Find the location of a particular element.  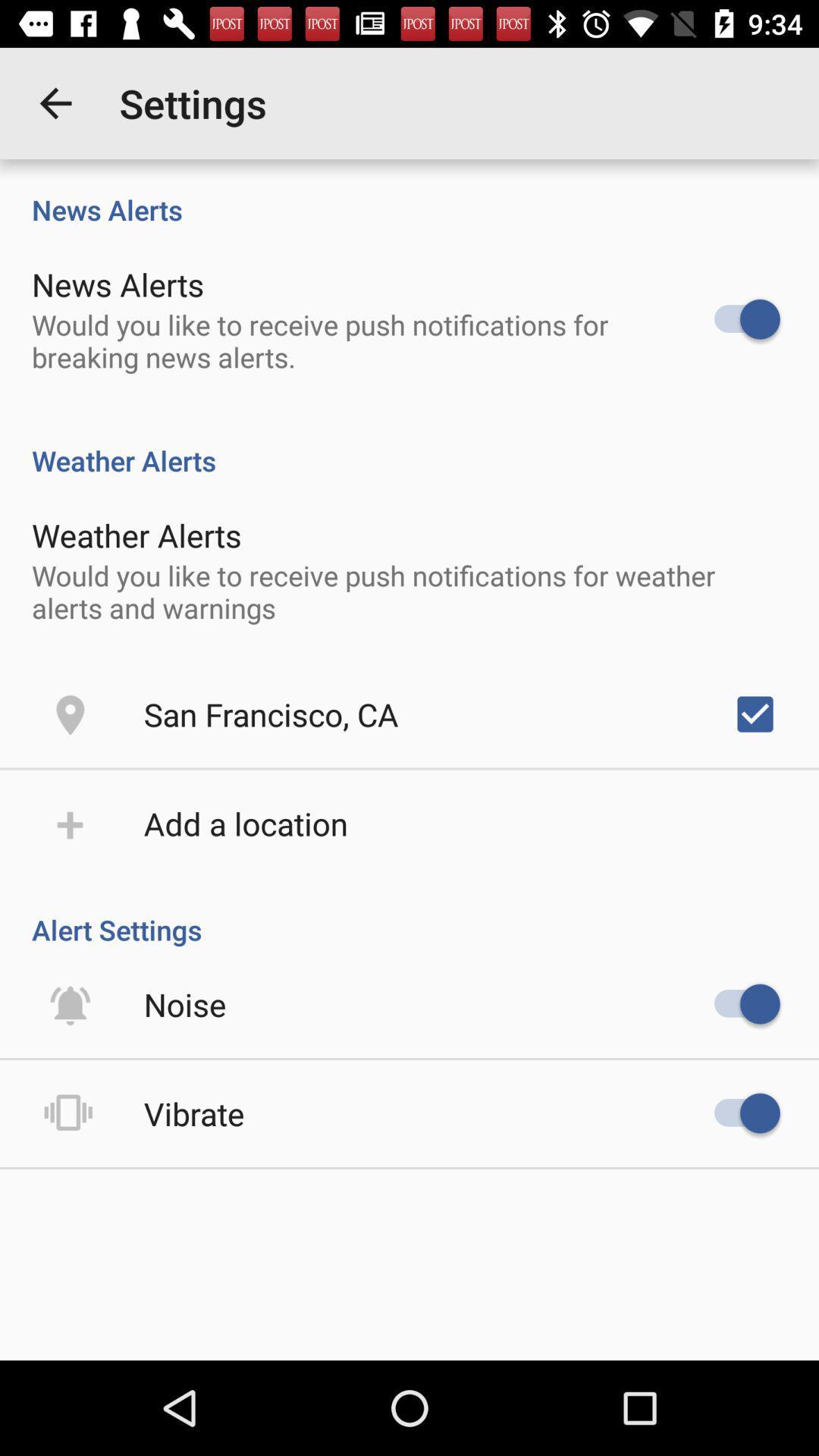

the icon above the add a location item is located at coordinates (270, 713).